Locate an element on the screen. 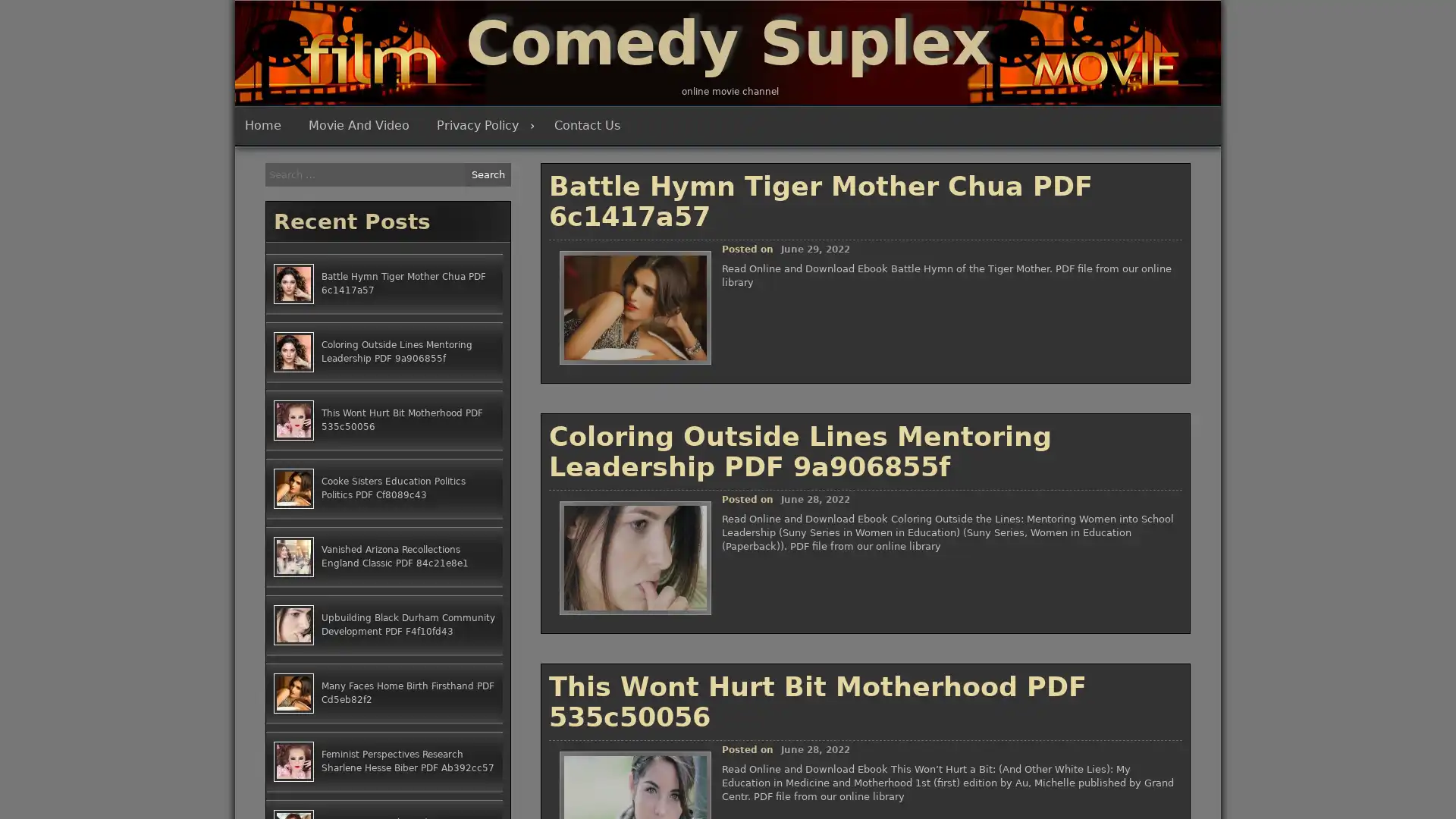 This screenshot has height=819, width=1456. Search is located at coordinates (488, 174).